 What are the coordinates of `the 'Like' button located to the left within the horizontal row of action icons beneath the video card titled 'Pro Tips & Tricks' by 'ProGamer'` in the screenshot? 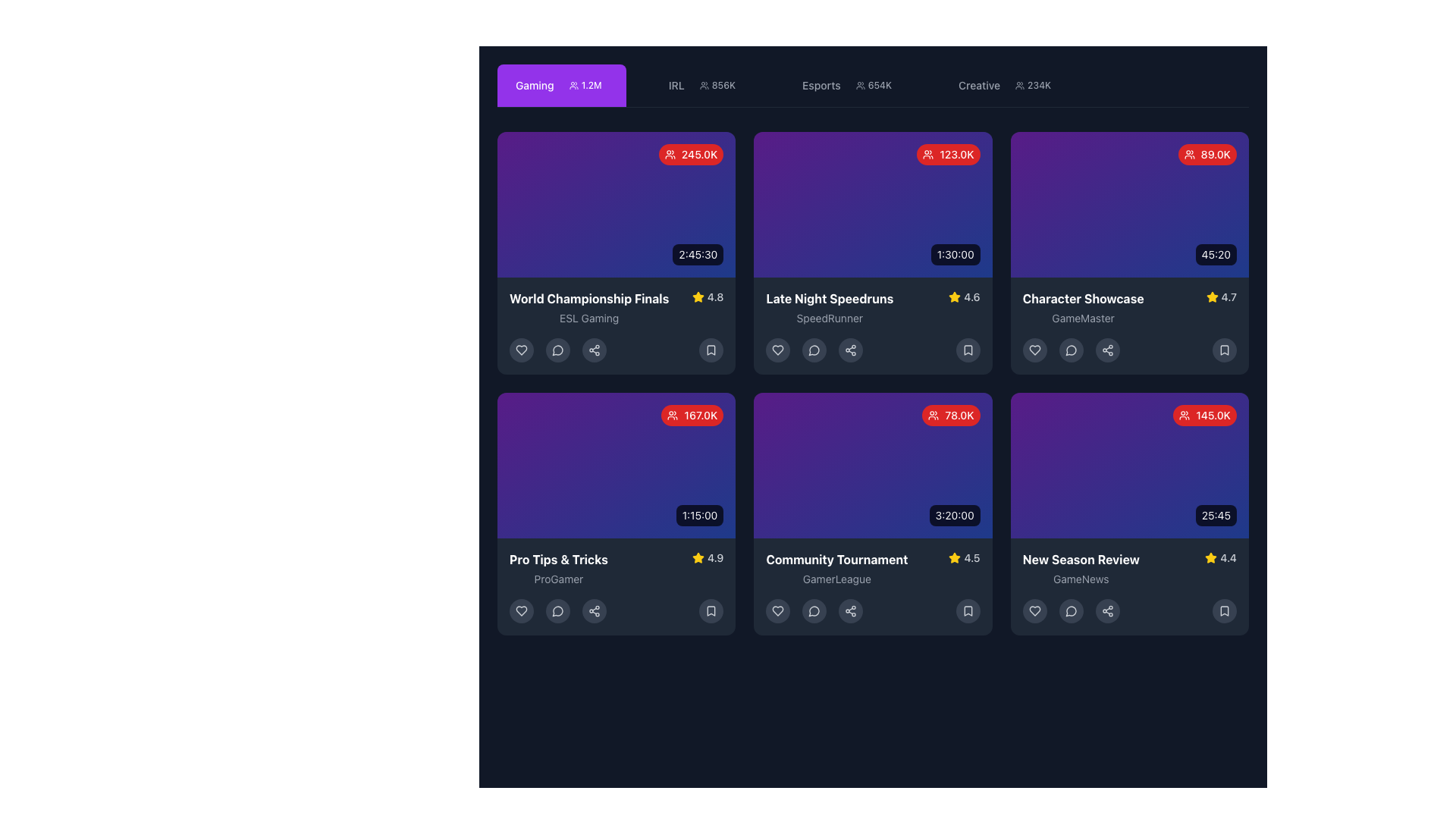 It's located at (521, 610).